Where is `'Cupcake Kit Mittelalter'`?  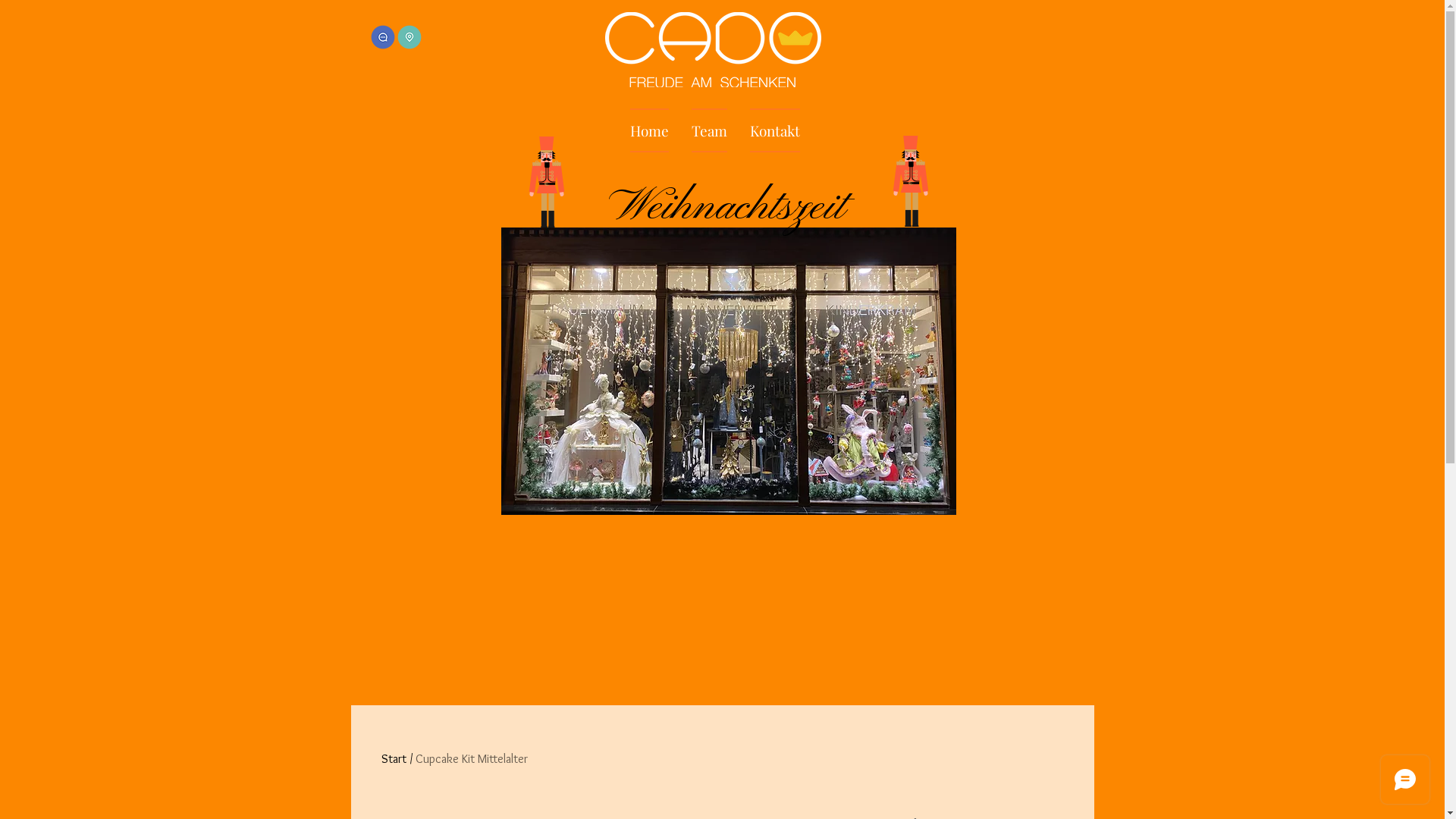
'Cupcake Kit Mittelalter' is located at coordinates (415, 758).